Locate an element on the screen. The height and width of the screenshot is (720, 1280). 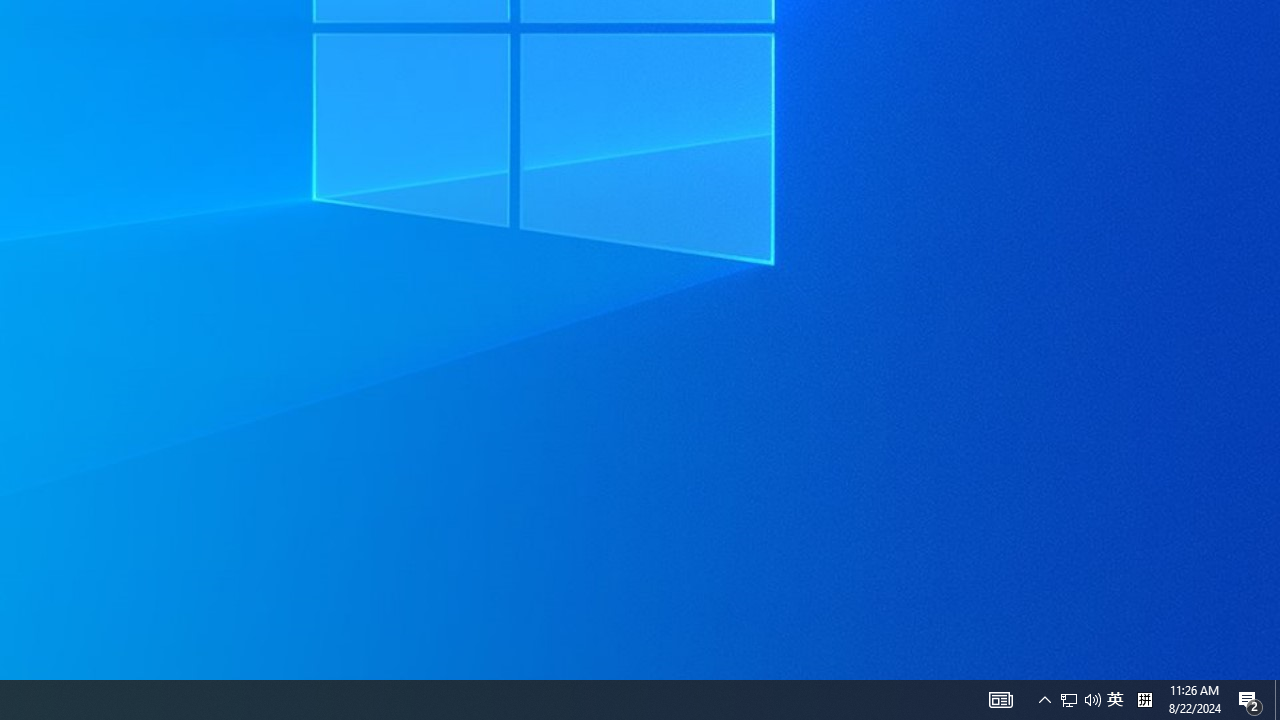
'User Promoted Notification Area' is located at coordinates (1079, 698).